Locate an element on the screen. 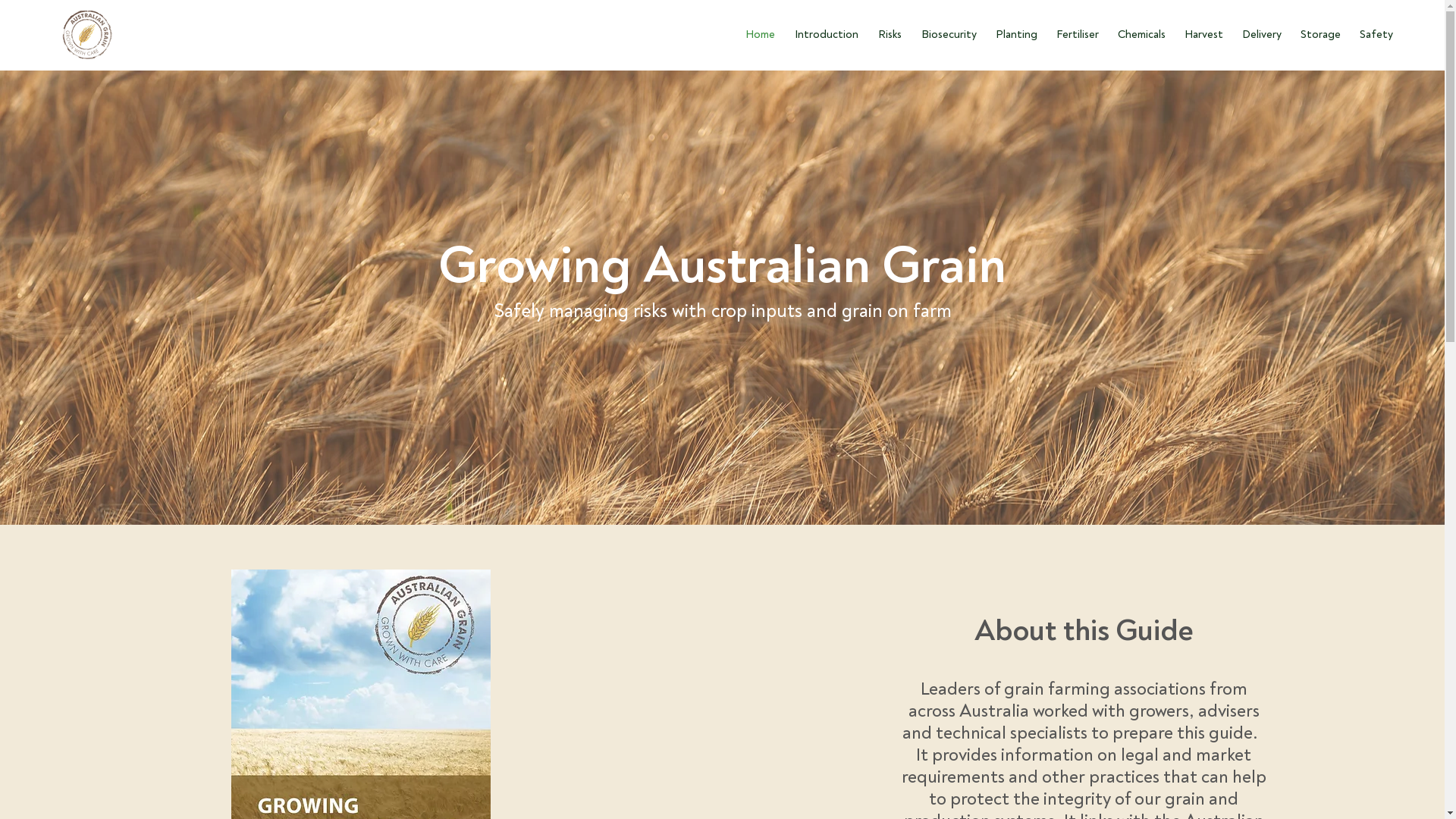  'Biosecurity' is located at coordinates (909, 34).